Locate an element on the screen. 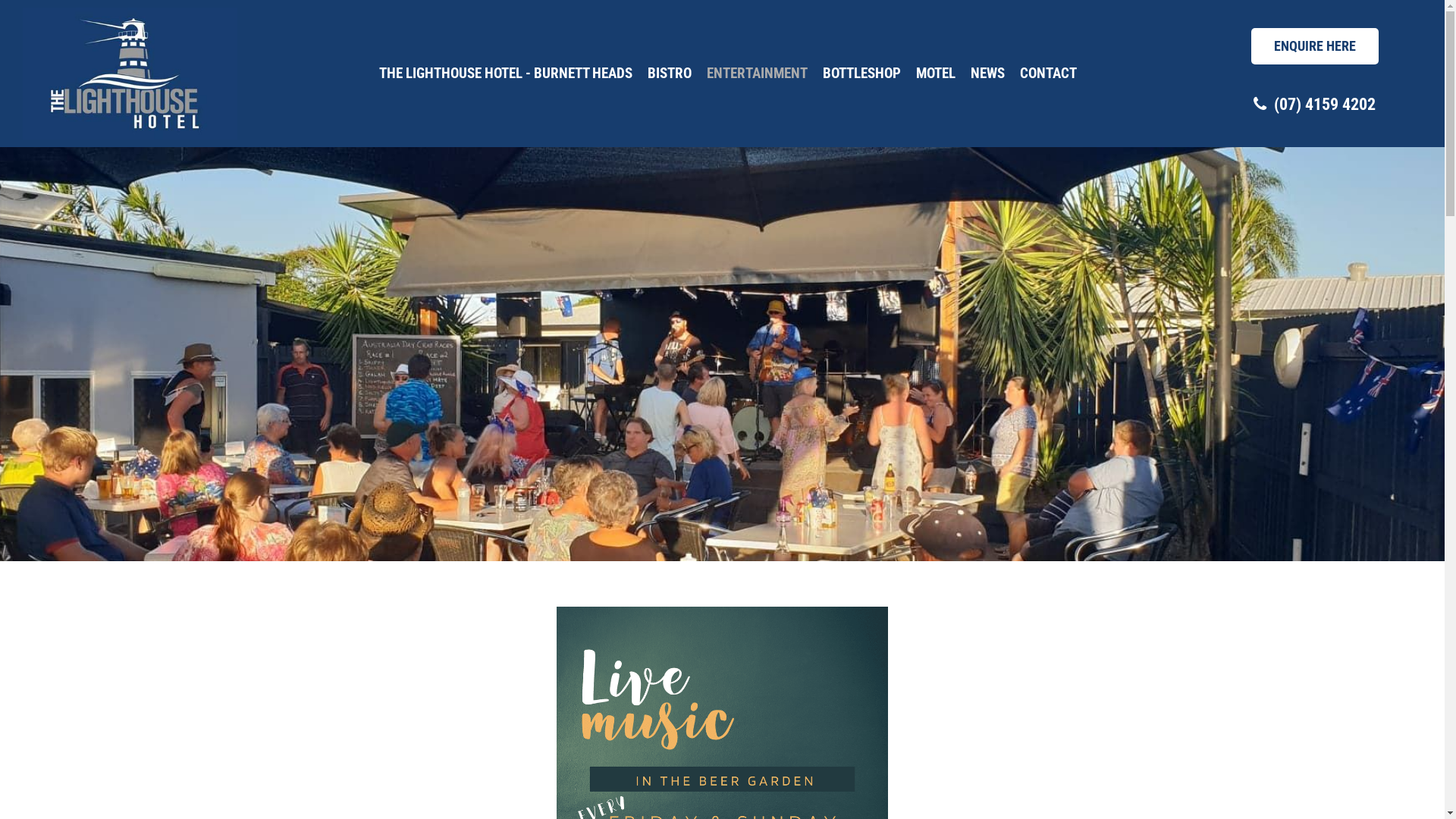 This screenshot has width=1456, height=819. 'CONTACT' is located at coordinates (1047, 73).